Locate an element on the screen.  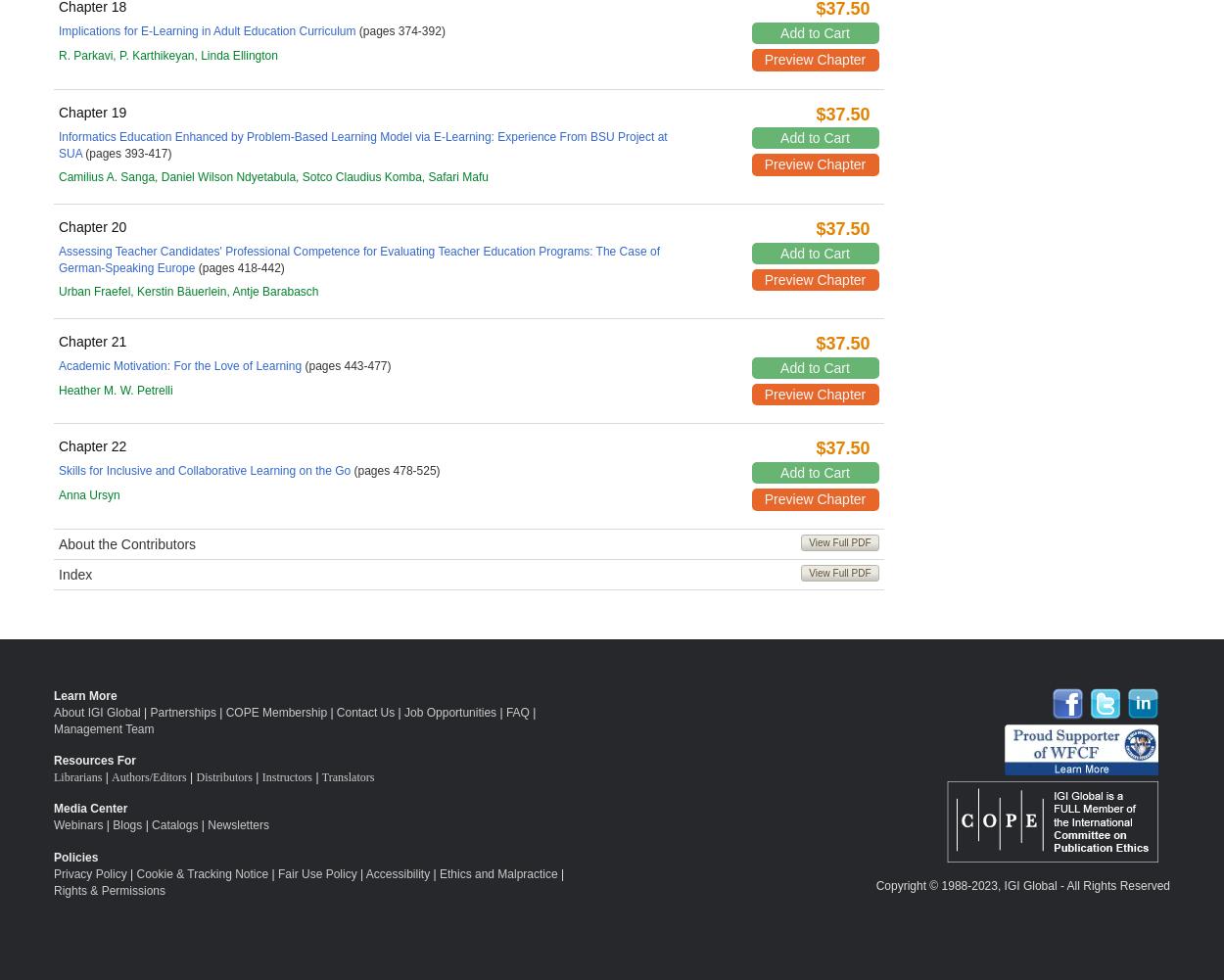
'Instructors' is located at coordinates (261, 775).